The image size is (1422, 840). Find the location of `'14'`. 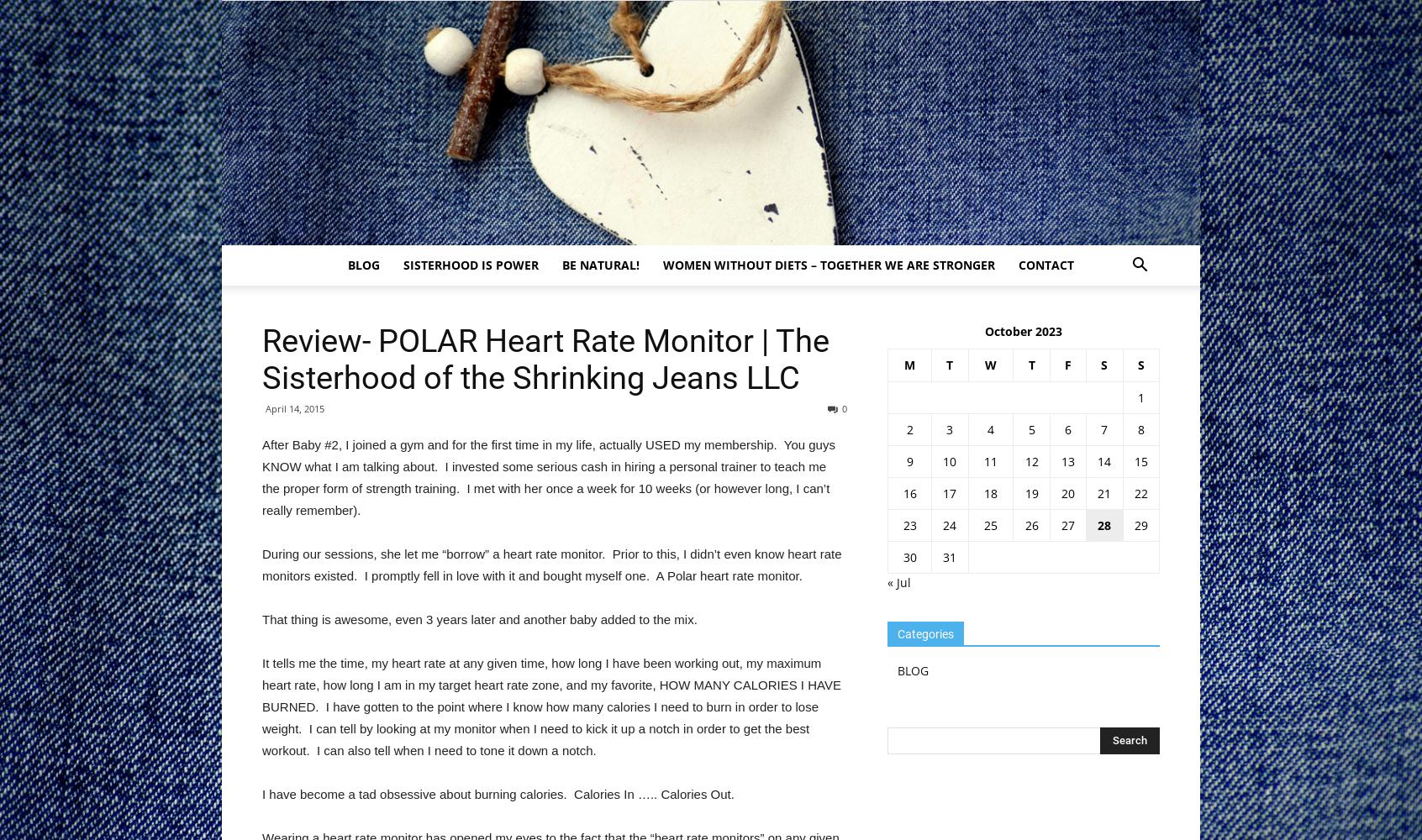

'14' is located at coordinates (1103, 461).